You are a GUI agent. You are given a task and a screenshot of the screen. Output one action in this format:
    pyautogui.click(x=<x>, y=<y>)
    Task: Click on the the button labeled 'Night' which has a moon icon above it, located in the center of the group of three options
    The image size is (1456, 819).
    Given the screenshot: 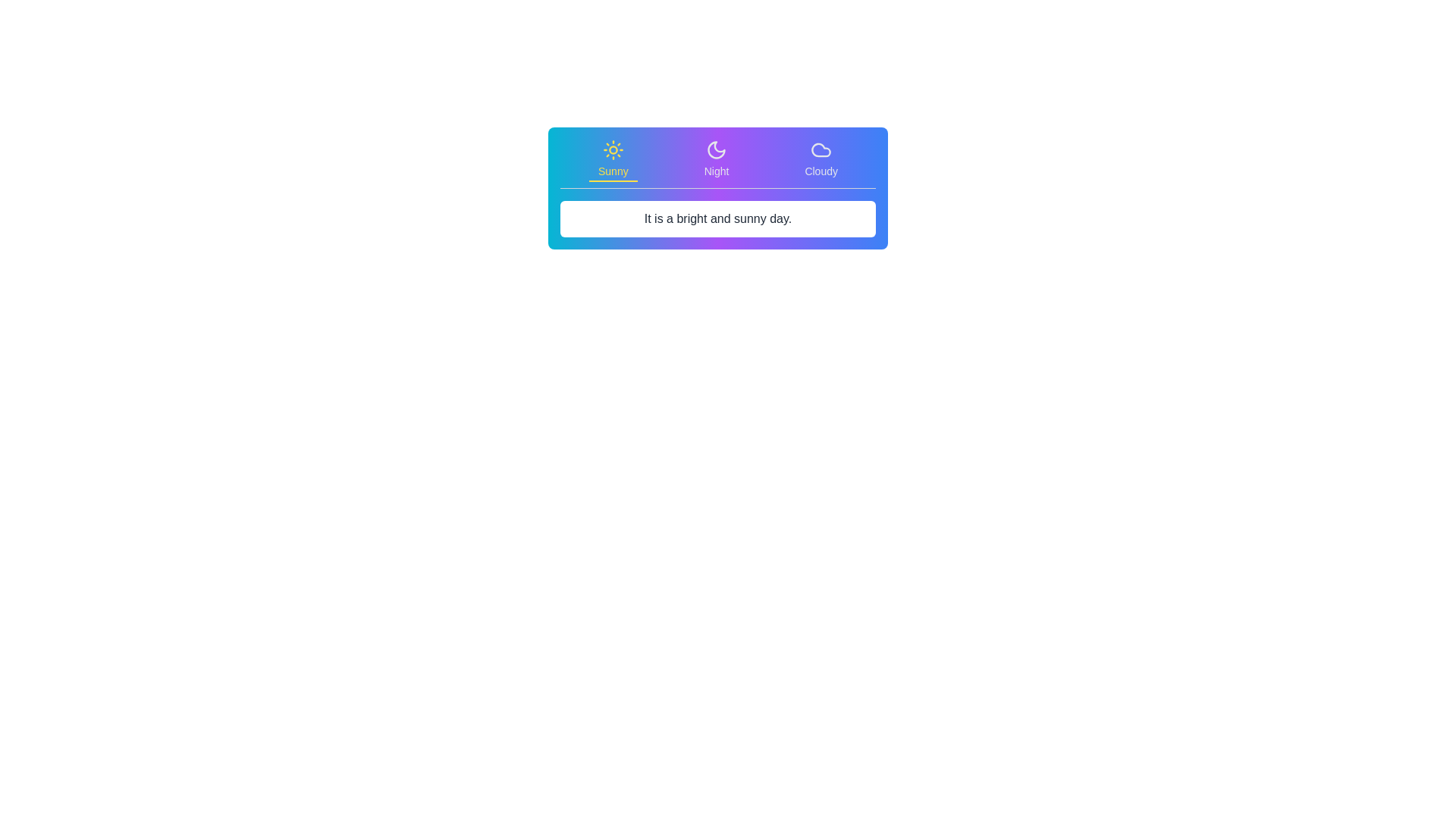 What is the action you would take?
    pyautogui.click(x=716, y=158)
    